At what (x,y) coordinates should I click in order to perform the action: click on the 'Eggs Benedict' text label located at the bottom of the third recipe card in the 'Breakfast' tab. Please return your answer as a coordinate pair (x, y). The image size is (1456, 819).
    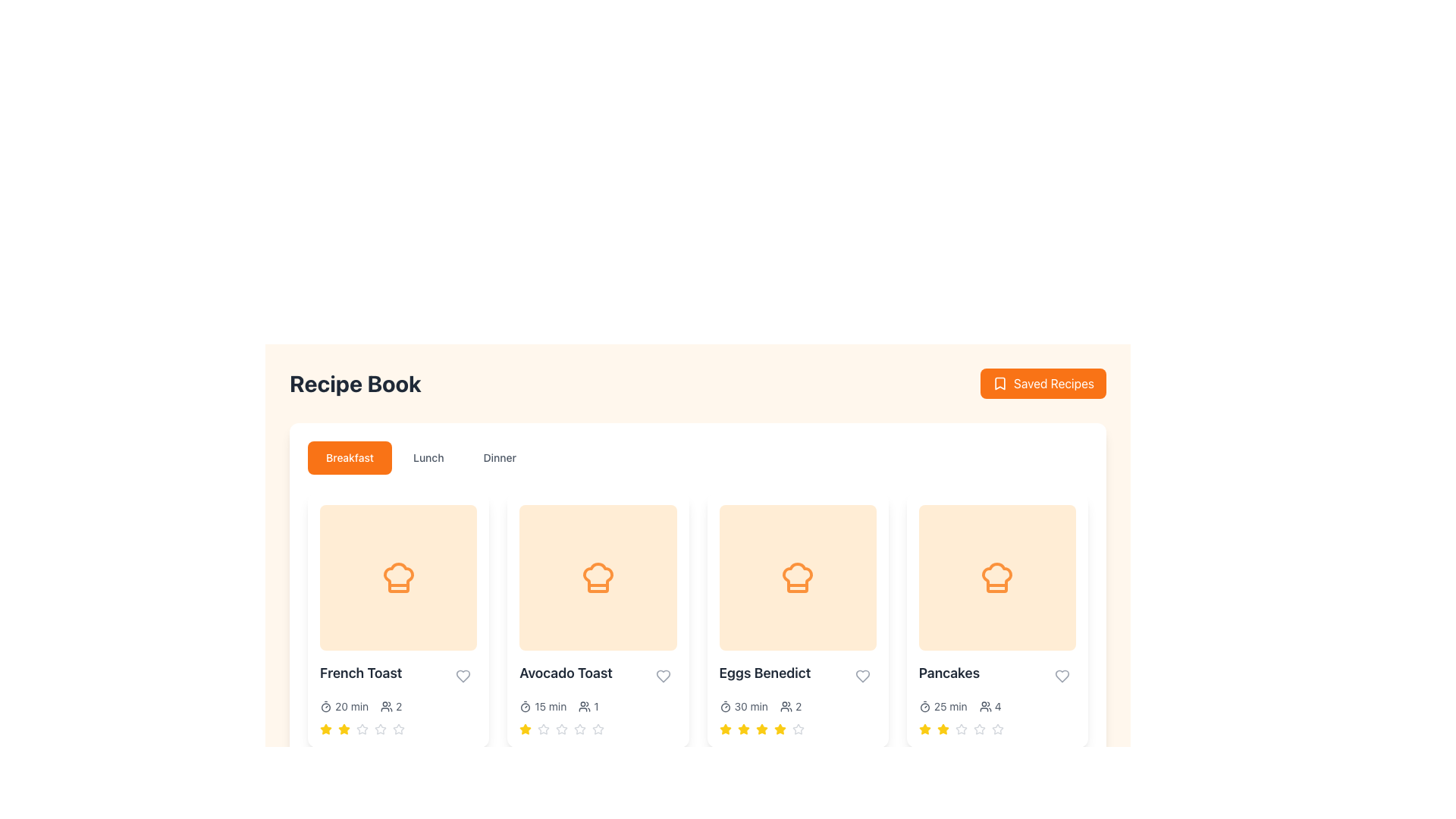
    Looking at the image, I should click on (764, 672).